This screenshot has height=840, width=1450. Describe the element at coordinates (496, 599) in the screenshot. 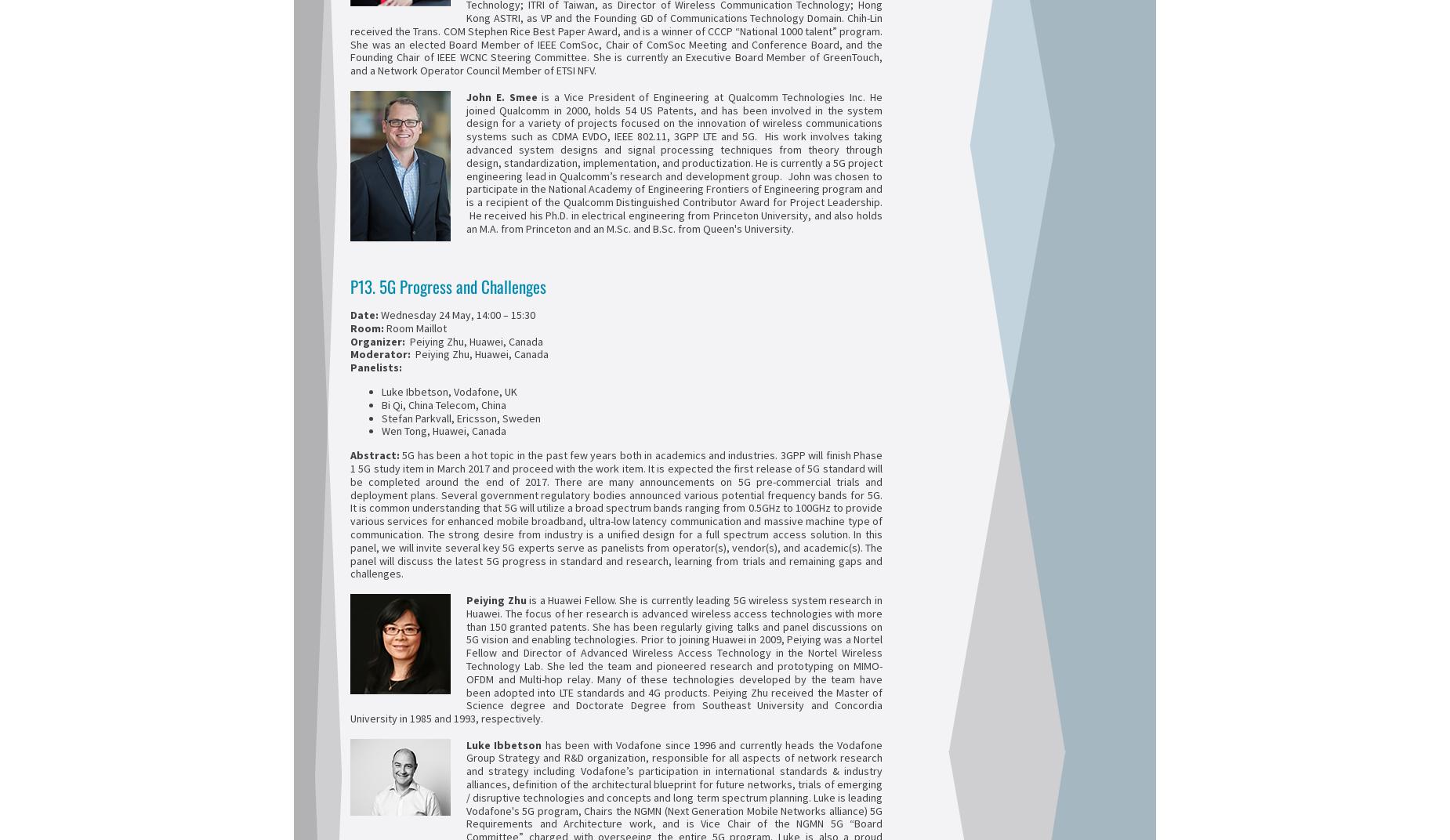

I see `'Peiying Zhu'` at that location.